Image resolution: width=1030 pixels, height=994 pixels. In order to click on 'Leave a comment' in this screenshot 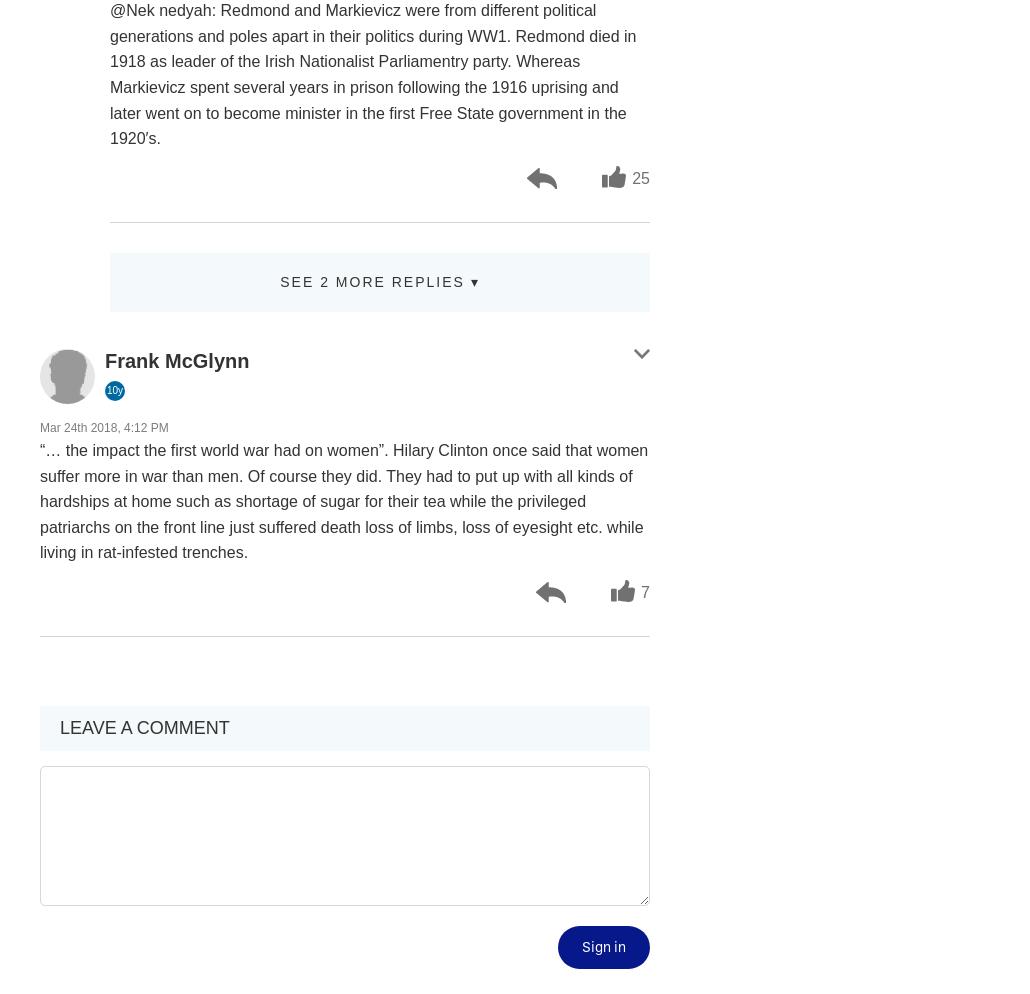, I will do `click(143, 728)`.